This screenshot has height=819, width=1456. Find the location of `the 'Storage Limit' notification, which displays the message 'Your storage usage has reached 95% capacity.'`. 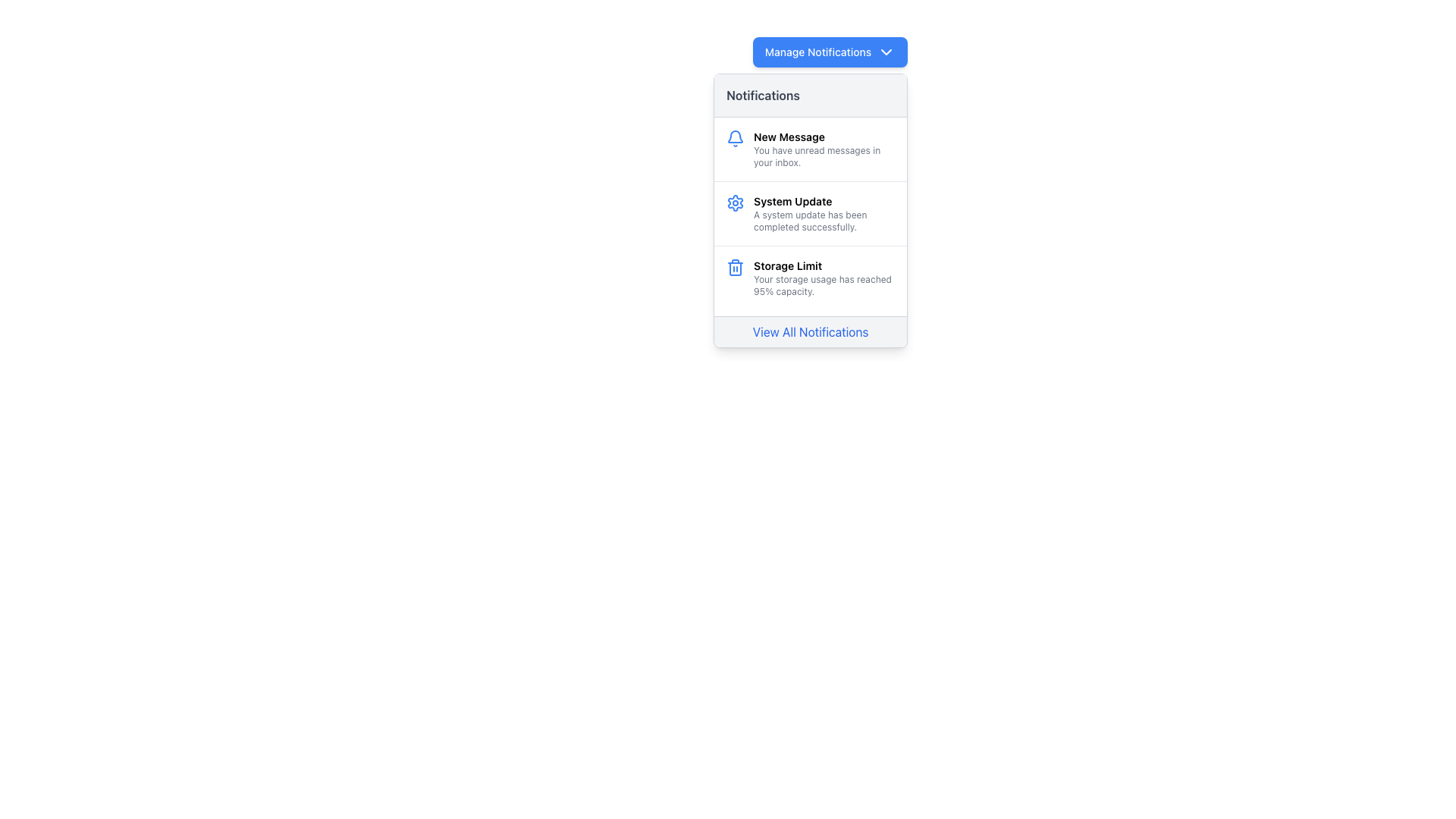

the 'Storage Limit' notification, which displays the message 'Your storage usage has reached 95% capacity.' is located at coordinates (824, 278).